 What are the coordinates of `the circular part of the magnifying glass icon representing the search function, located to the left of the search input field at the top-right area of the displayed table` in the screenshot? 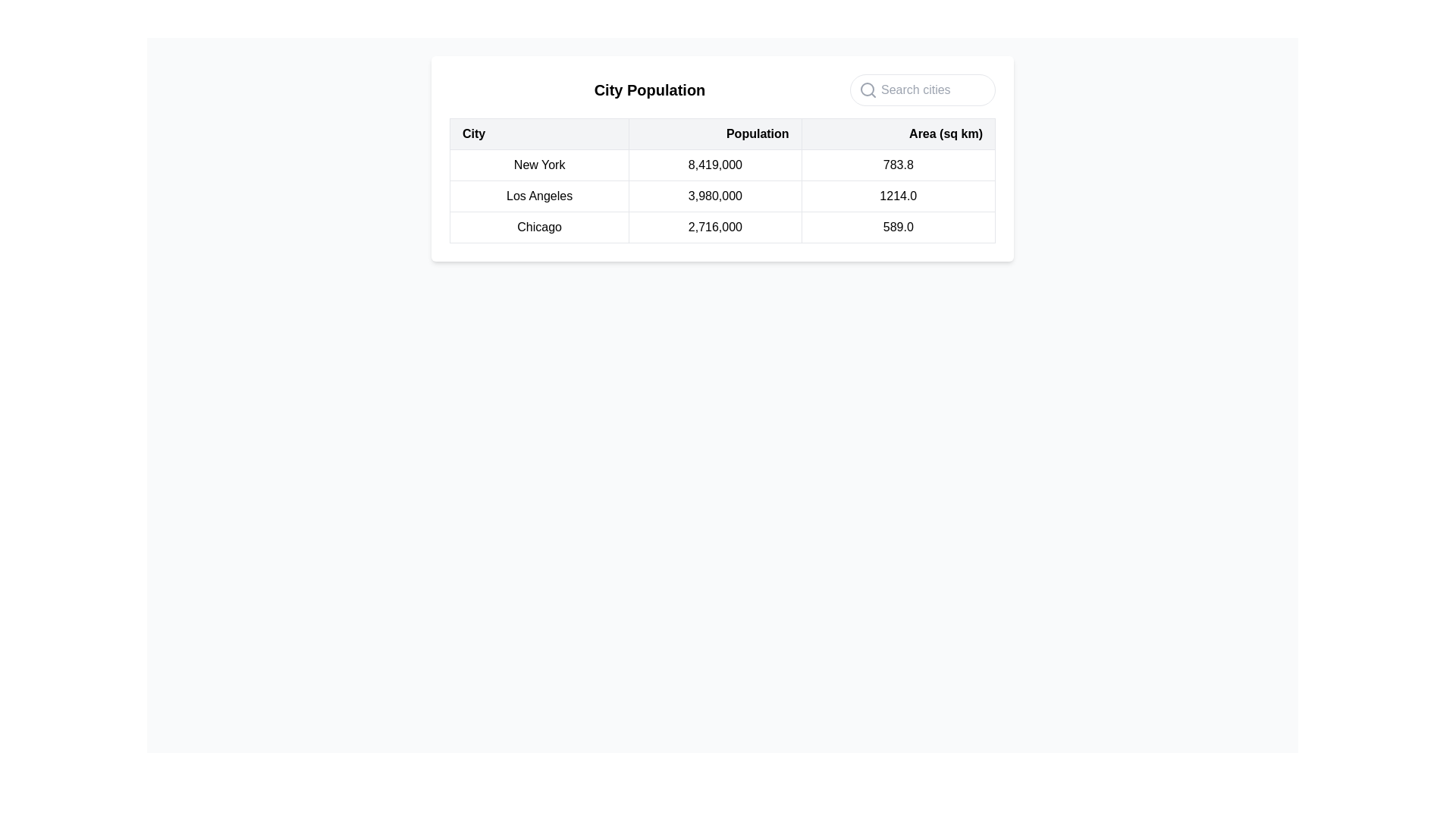 It's located at (867, 89).